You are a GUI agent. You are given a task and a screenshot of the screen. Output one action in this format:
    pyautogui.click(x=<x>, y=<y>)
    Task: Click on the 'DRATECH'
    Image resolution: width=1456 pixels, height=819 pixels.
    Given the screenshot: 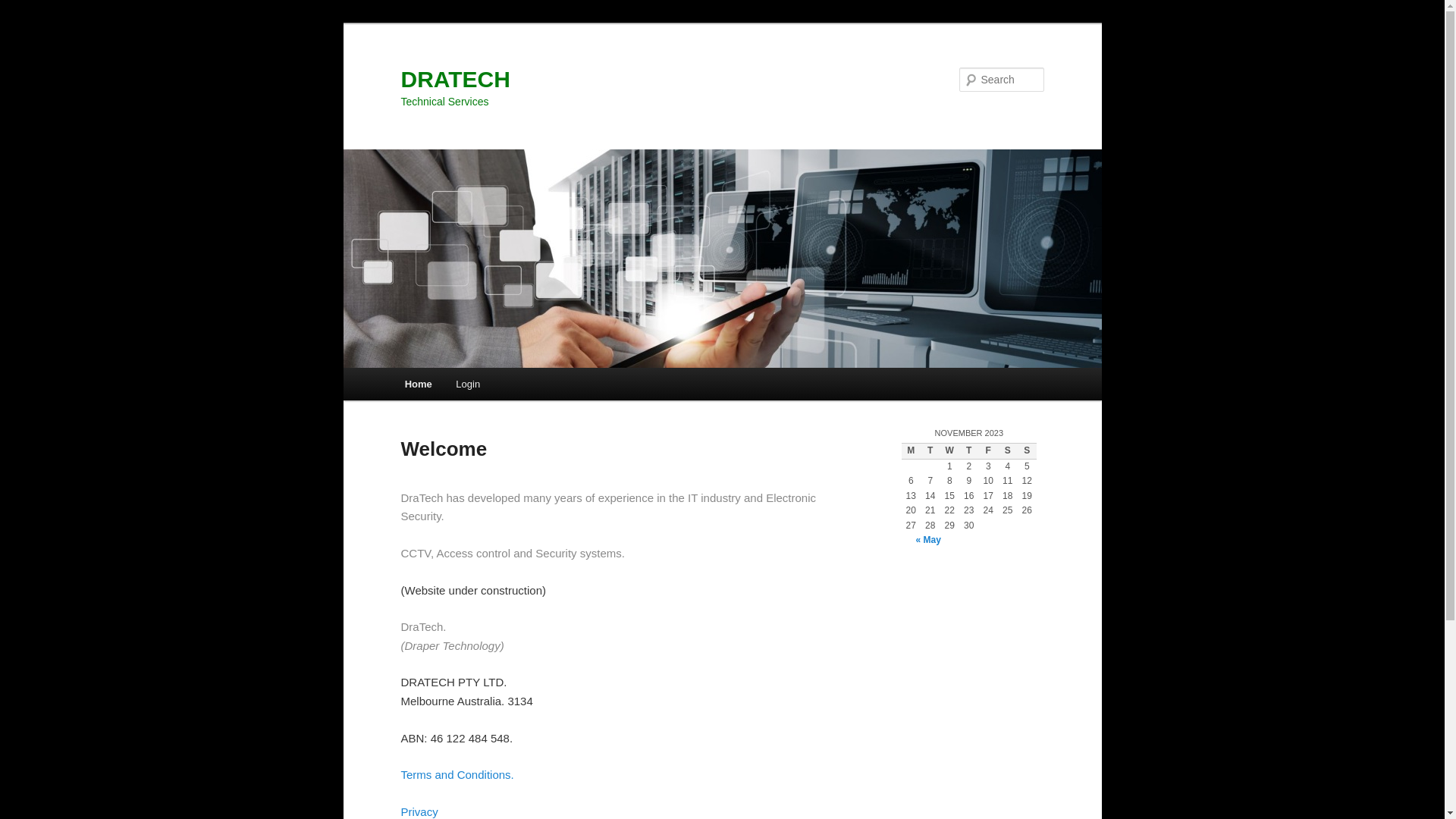 What is the action you would take?
    pyautogui.click(x=454, y=79)
    